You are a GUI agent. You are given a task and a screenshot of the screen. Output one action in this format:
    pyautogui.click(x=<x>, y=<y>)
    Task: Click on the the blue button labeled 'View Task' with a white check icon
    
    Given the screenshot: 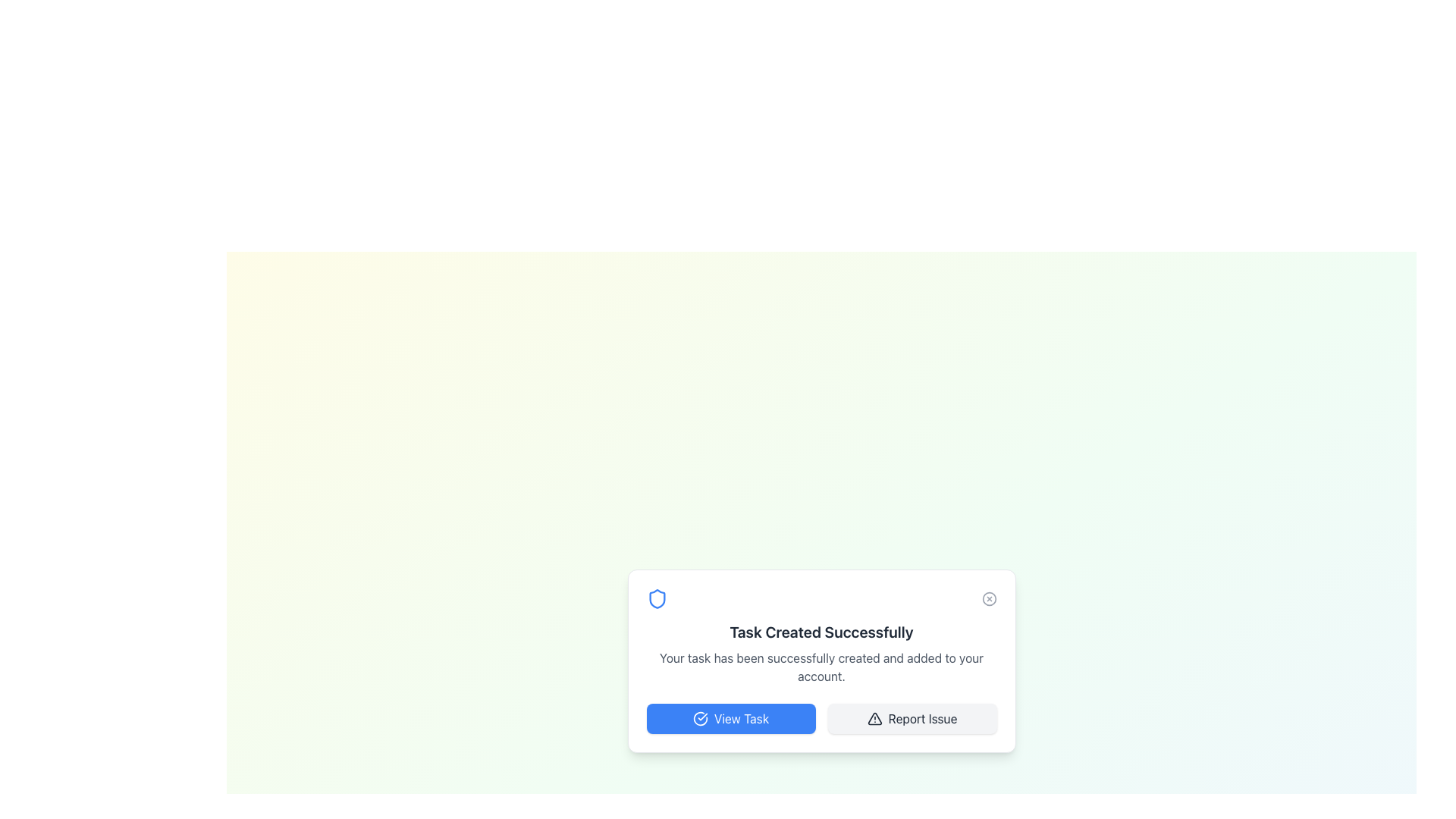 What is the action you would take?
    pyautogui.click(x=731, y=718)
    